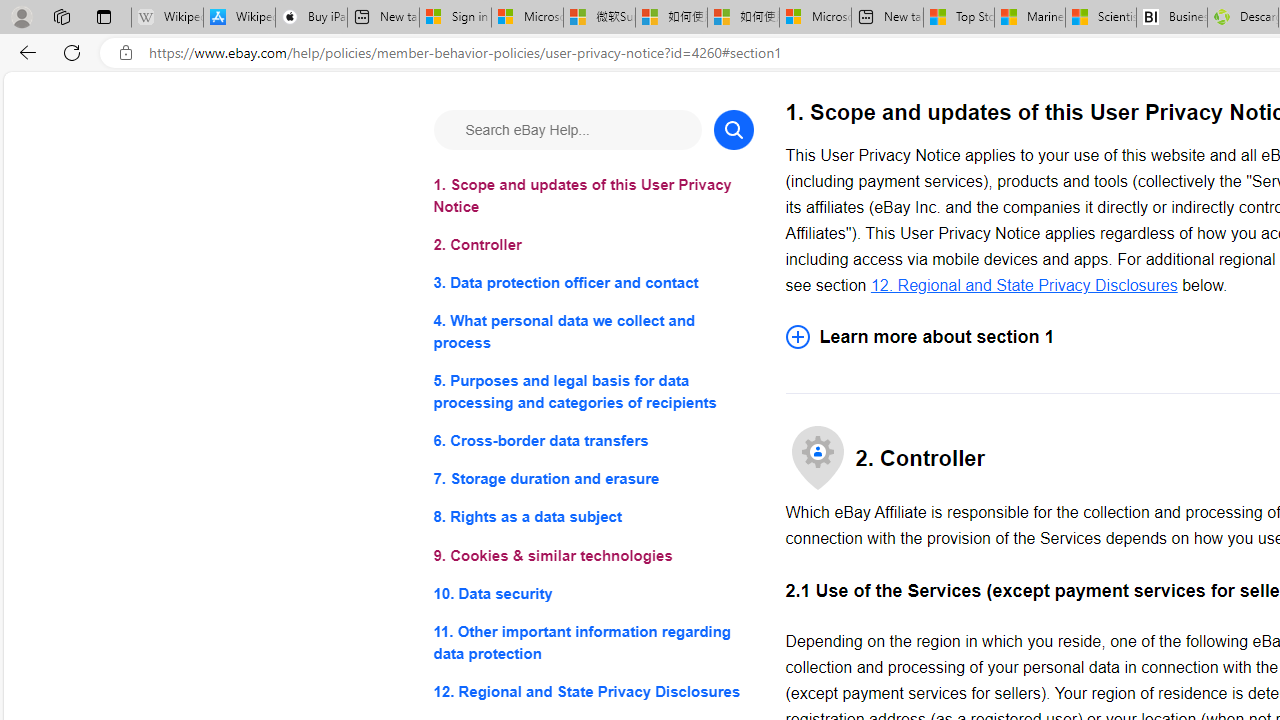  What do you see at coordinates (1024, 284) in the screenshot?
I see `'12. Regional and State Privacy Disclosures'` at bounding box center [1024, 284].